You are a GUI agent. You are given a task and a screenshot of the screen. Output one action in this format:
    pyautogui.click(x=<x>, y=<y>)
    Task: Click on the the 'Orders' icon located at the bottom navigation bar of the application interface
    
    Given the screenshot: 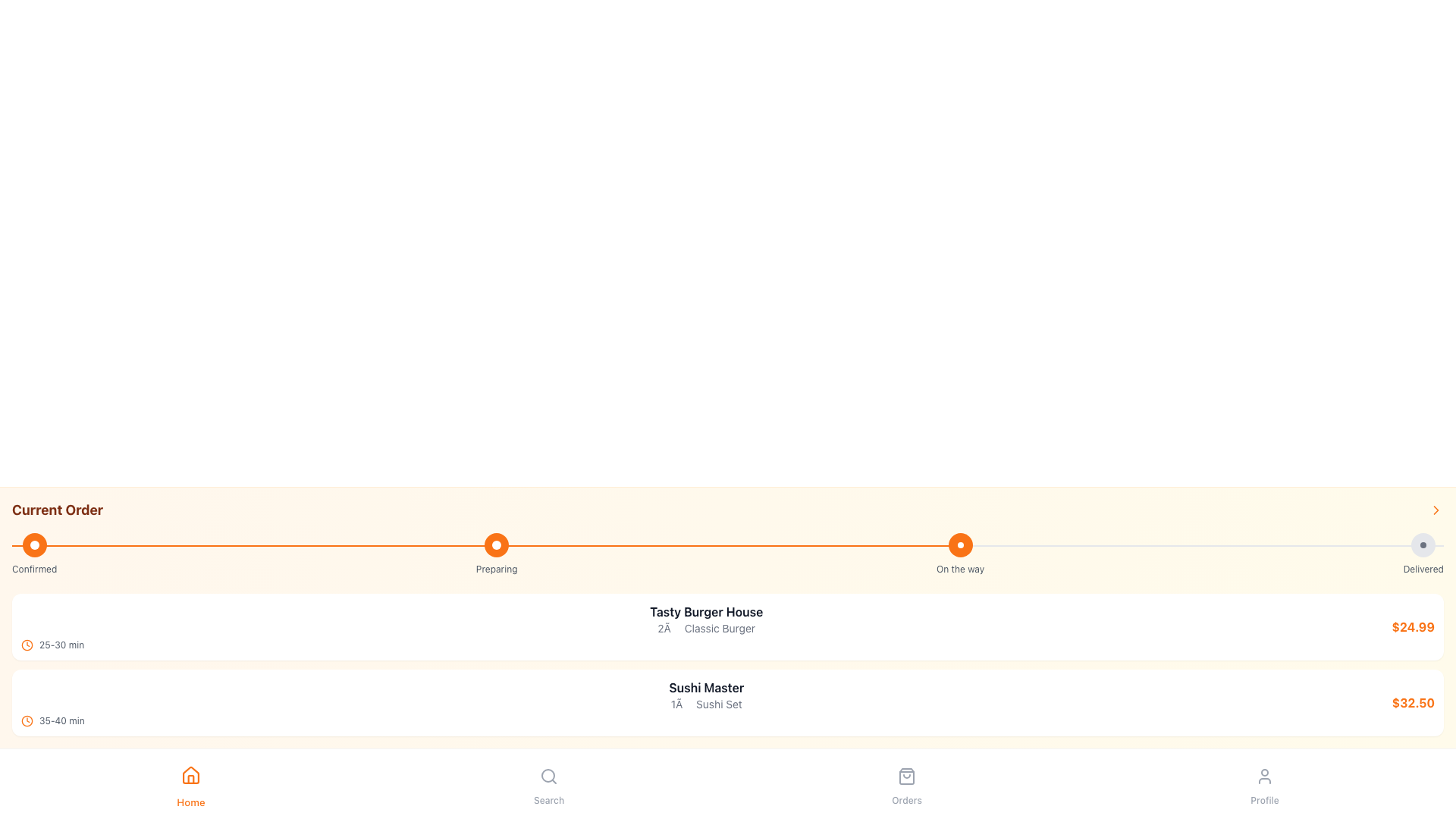 What is the action you would take?
    pyautogui.click(x=907, y=776)
    